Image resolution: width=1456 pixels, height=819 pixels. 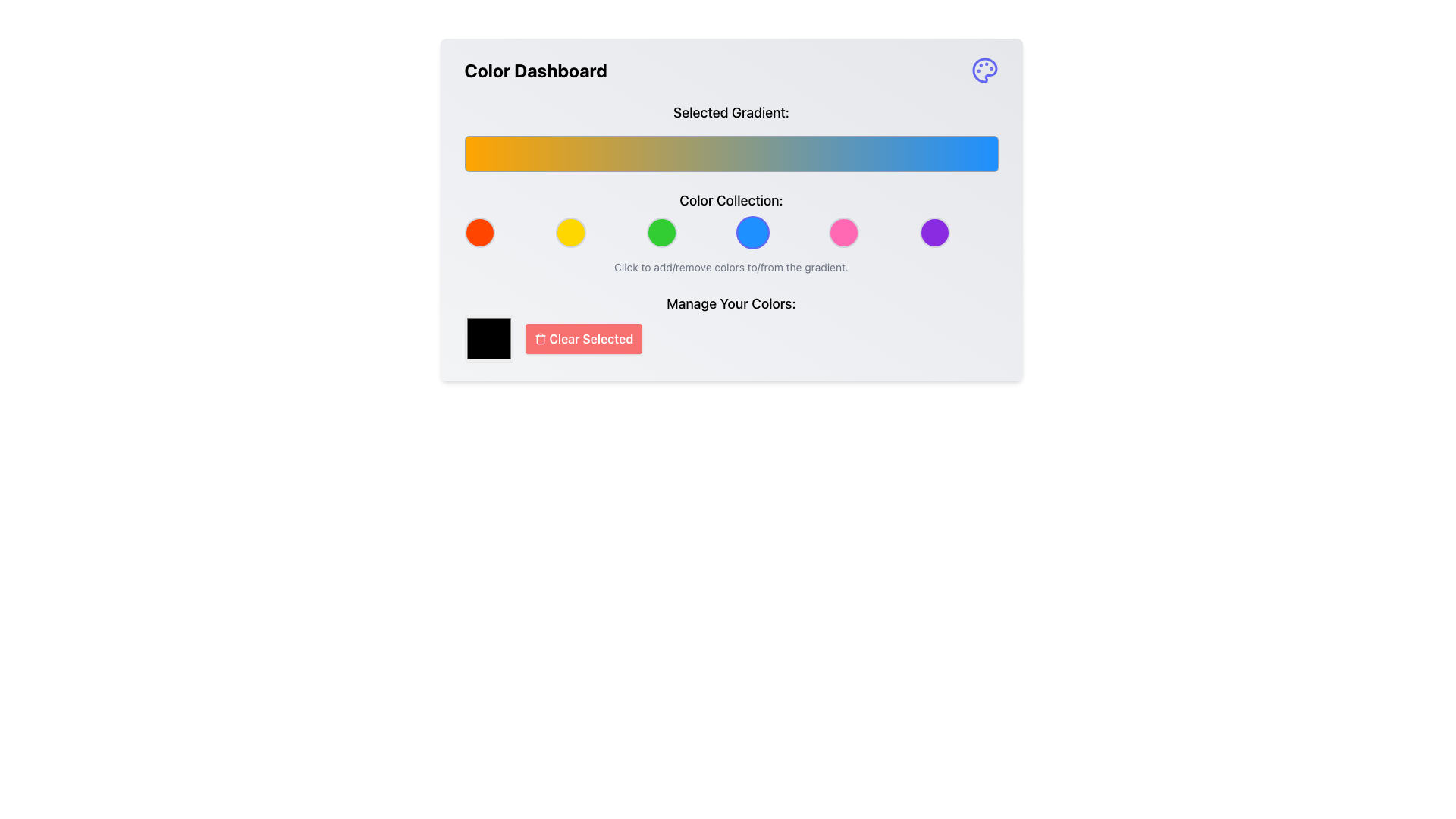 What do you see at coordinates (984, 70) in the screenshot?
I see `the palette icon located at the top-right corner of the interface` at bounding box center [984, 70].